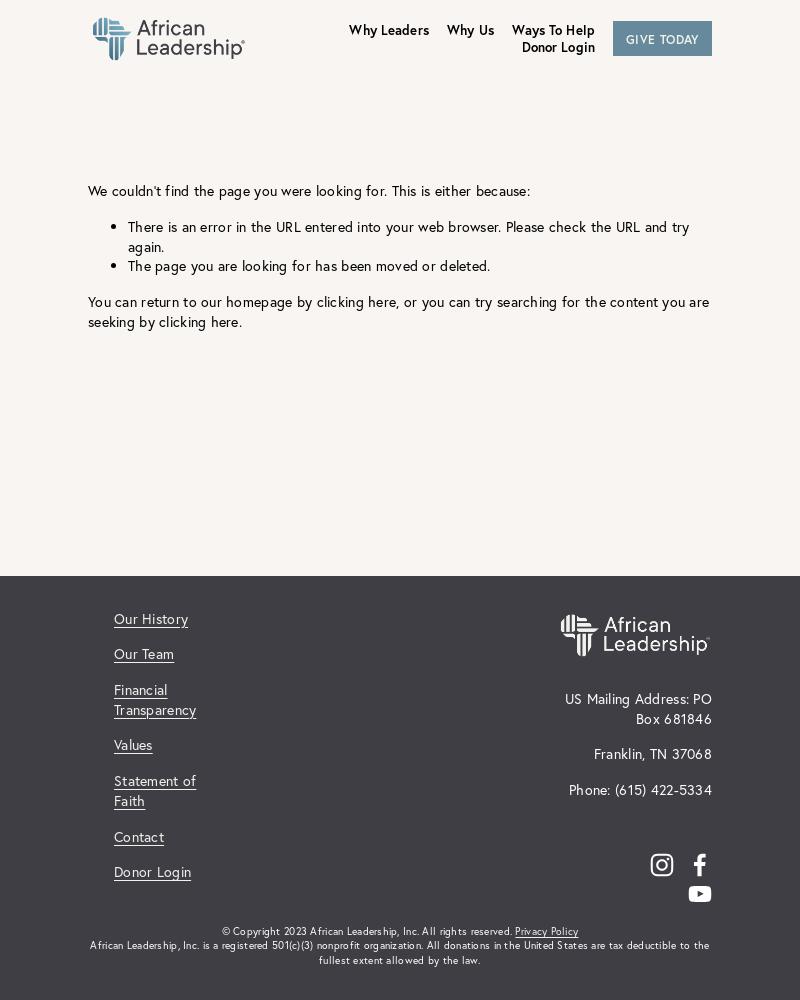 The height and width of the screenshot is (1000, 800). I want to click on 'You can return to our homepage by', so click(202, 300).